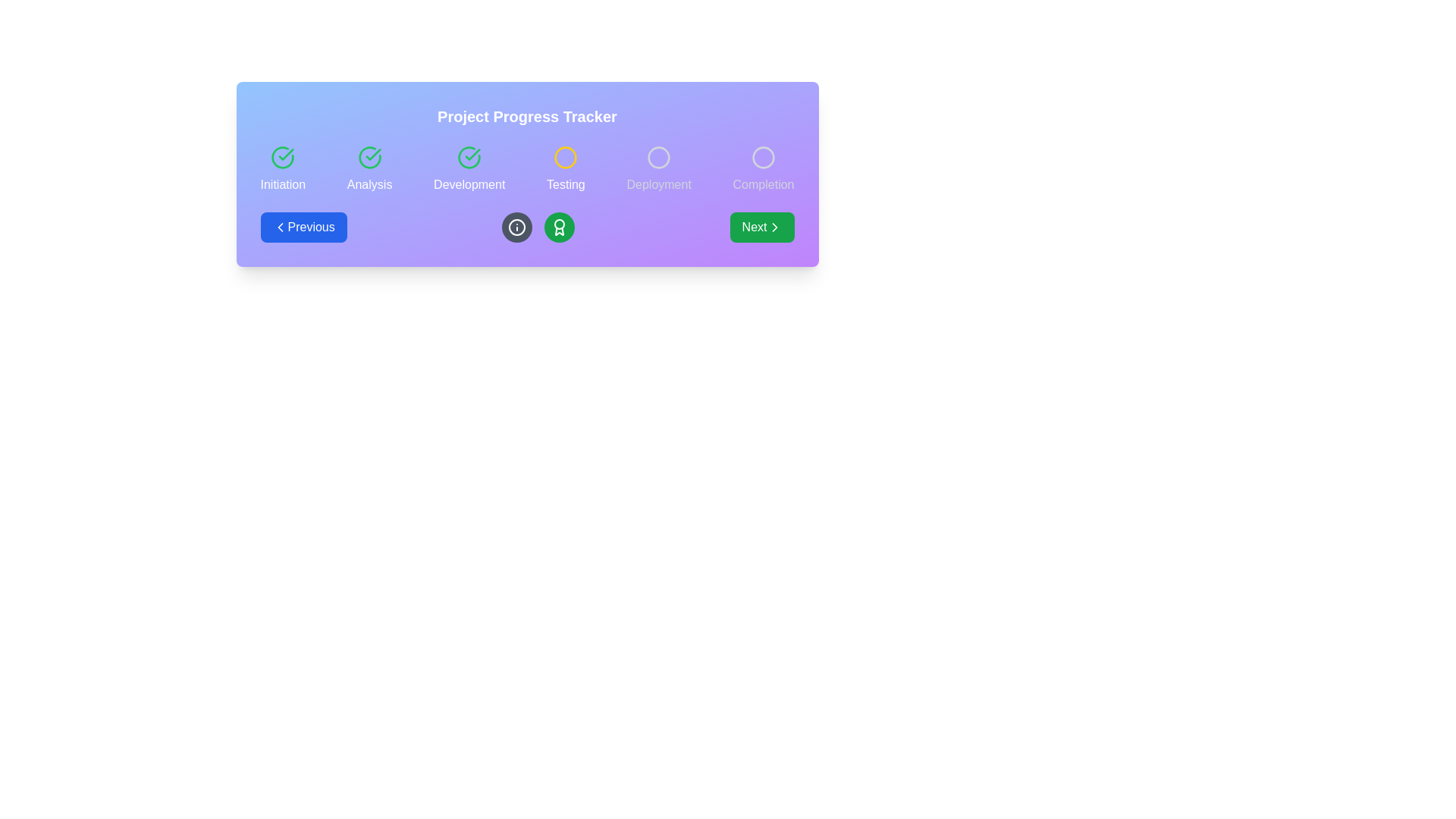 The width and height of the screenshot is (1456, 819). I want to click on the SVG Circle that is part of the progress tracking UI, located below the 'Development' step and above the navigation buttons, so click(517, 227).